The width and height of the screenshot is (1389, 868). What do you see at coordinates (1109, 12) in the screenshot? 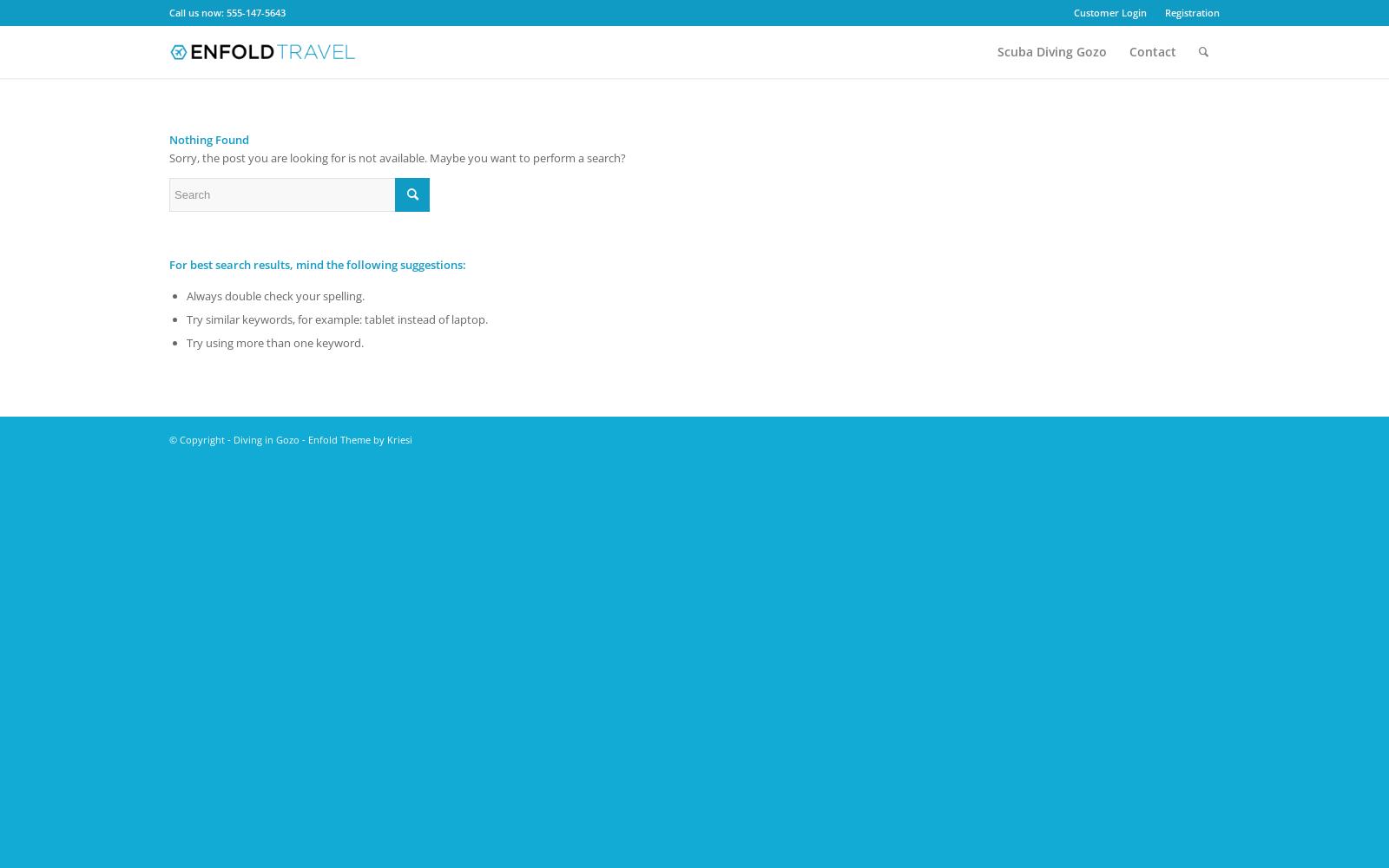
I see `'Customer Login'` at bounding box center [1109, 12].